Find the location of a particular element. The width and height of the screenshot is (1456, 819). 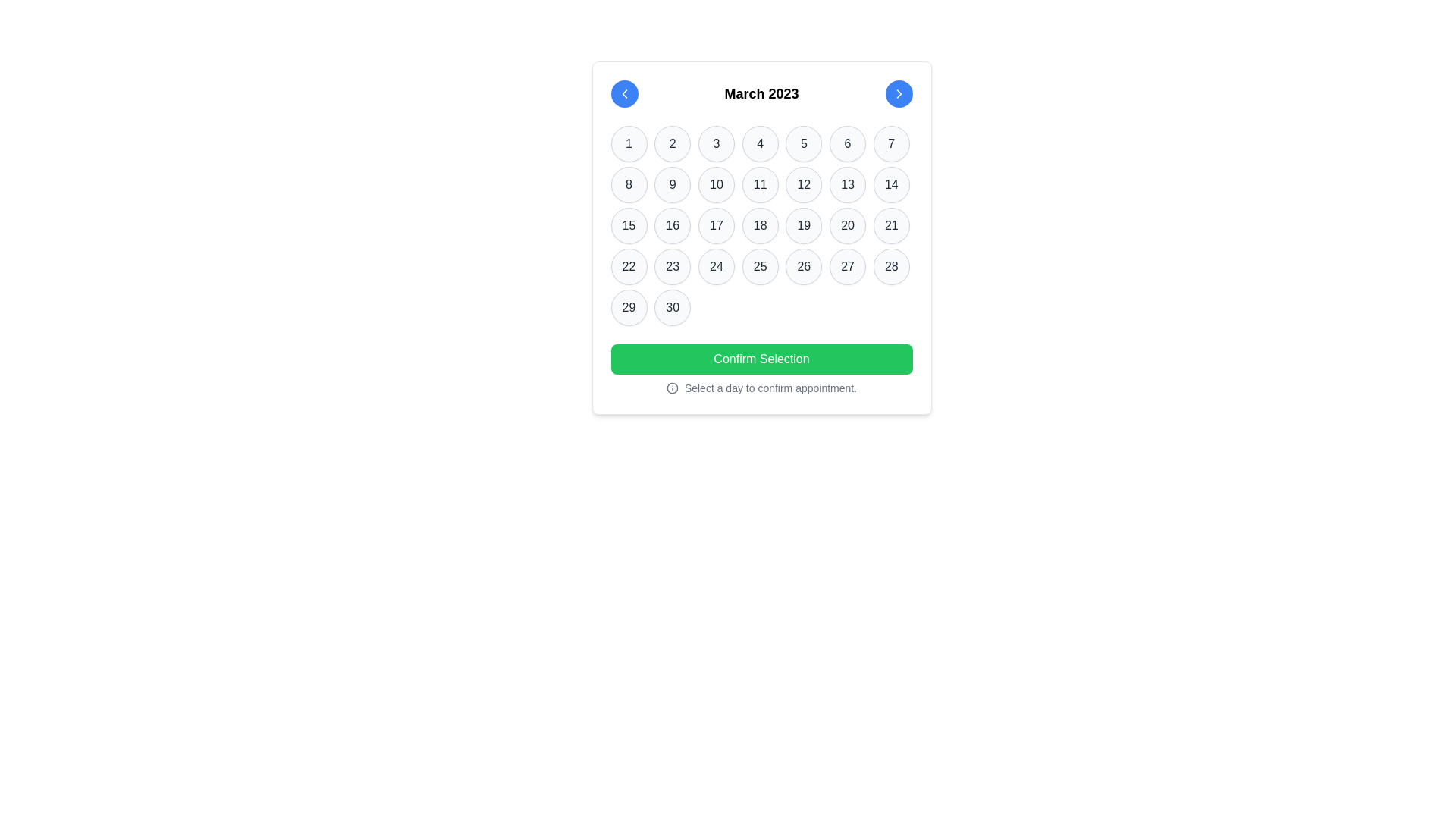

the circular button with a light gray background and the number '24' is located at coordinates (715, 265).